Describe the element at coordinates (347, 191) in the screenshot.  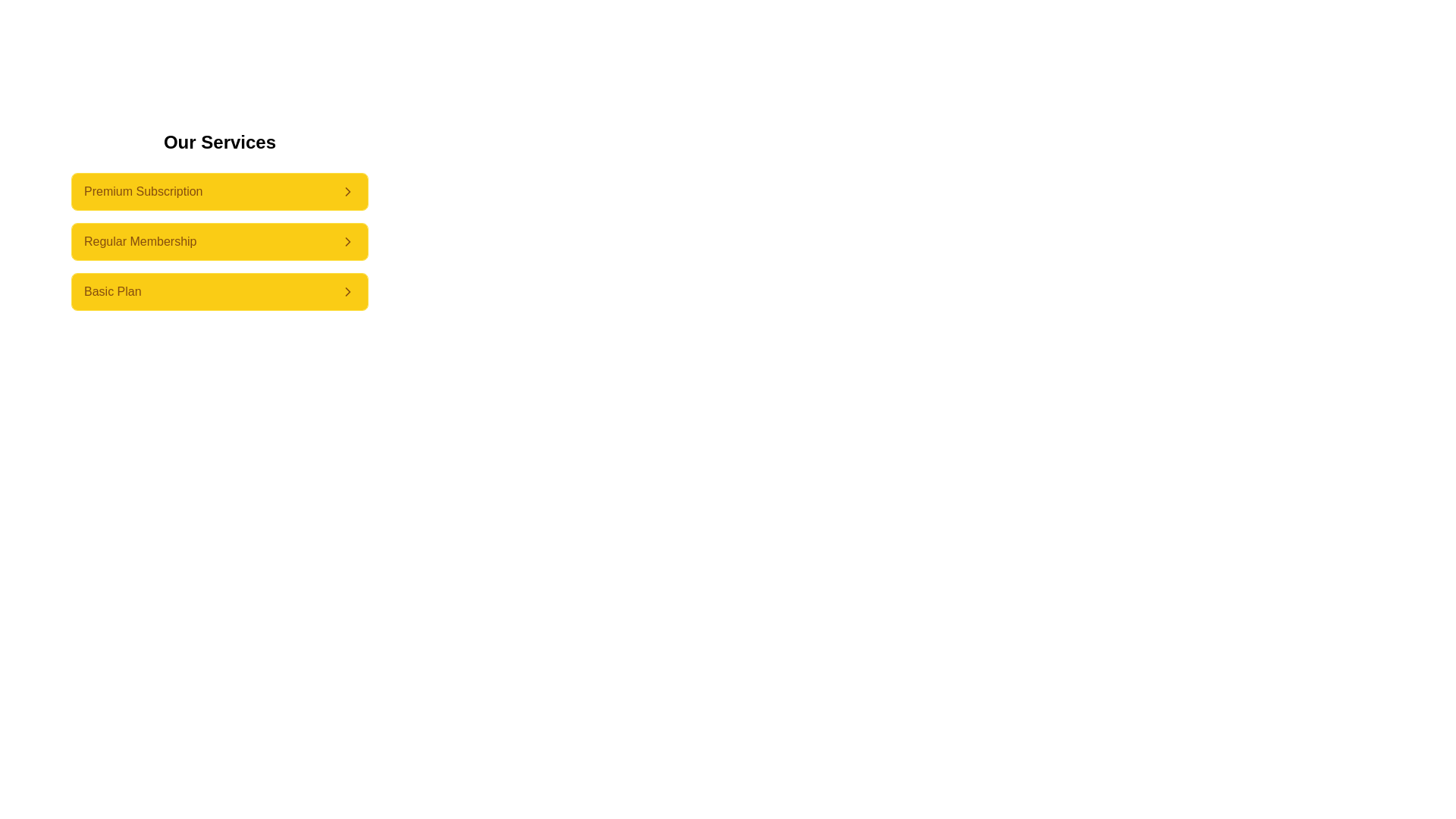
I see `the right-facing chevron icon of the 'Premium Subscription' button to trigger the tooltip or hover effect` at that location.